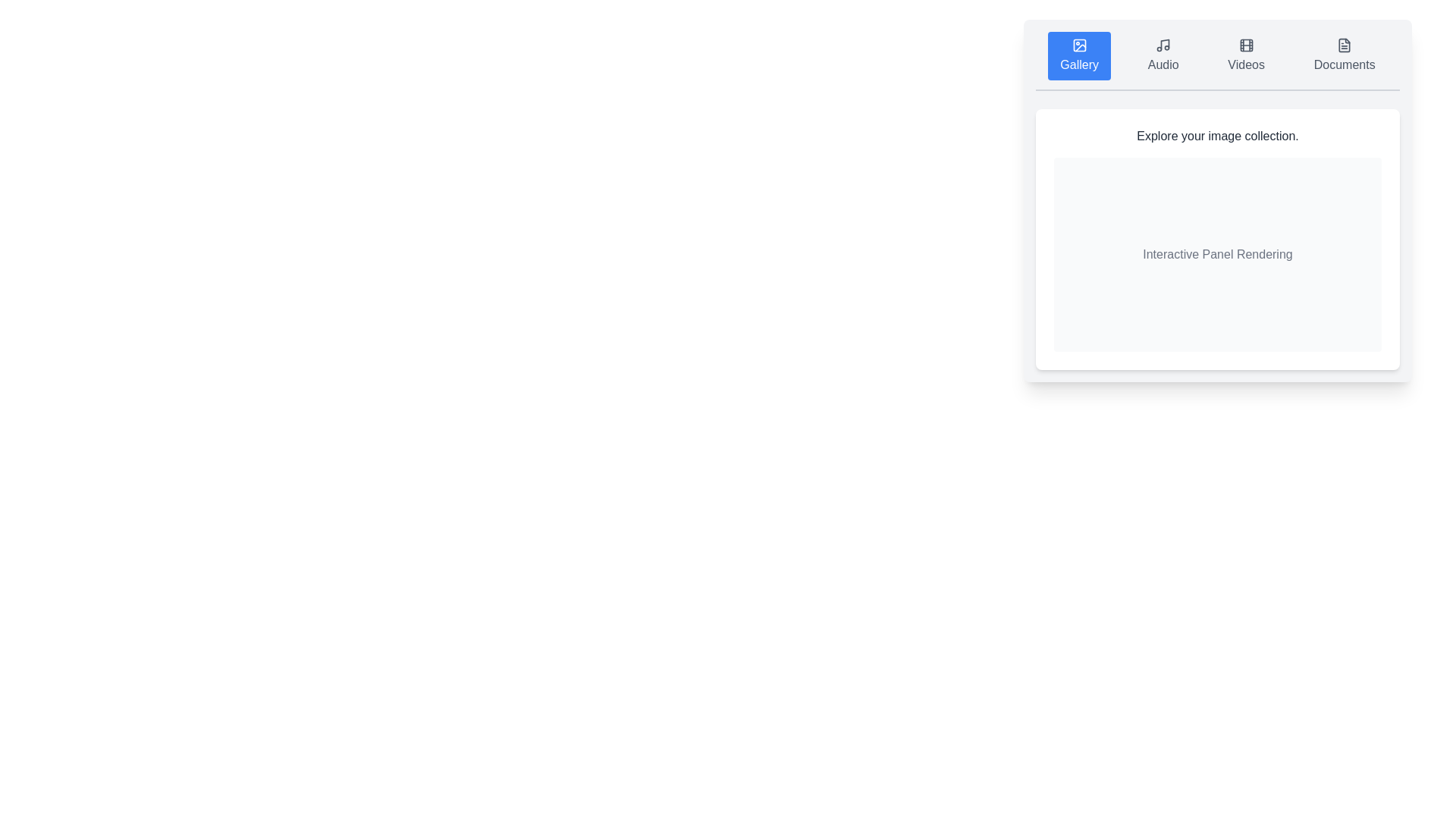  What do you see at coordinates (1246, 55) in the screenshot?
I see `the 'Videos' tab to switch to the video content` at bounding box center [1246, 55].